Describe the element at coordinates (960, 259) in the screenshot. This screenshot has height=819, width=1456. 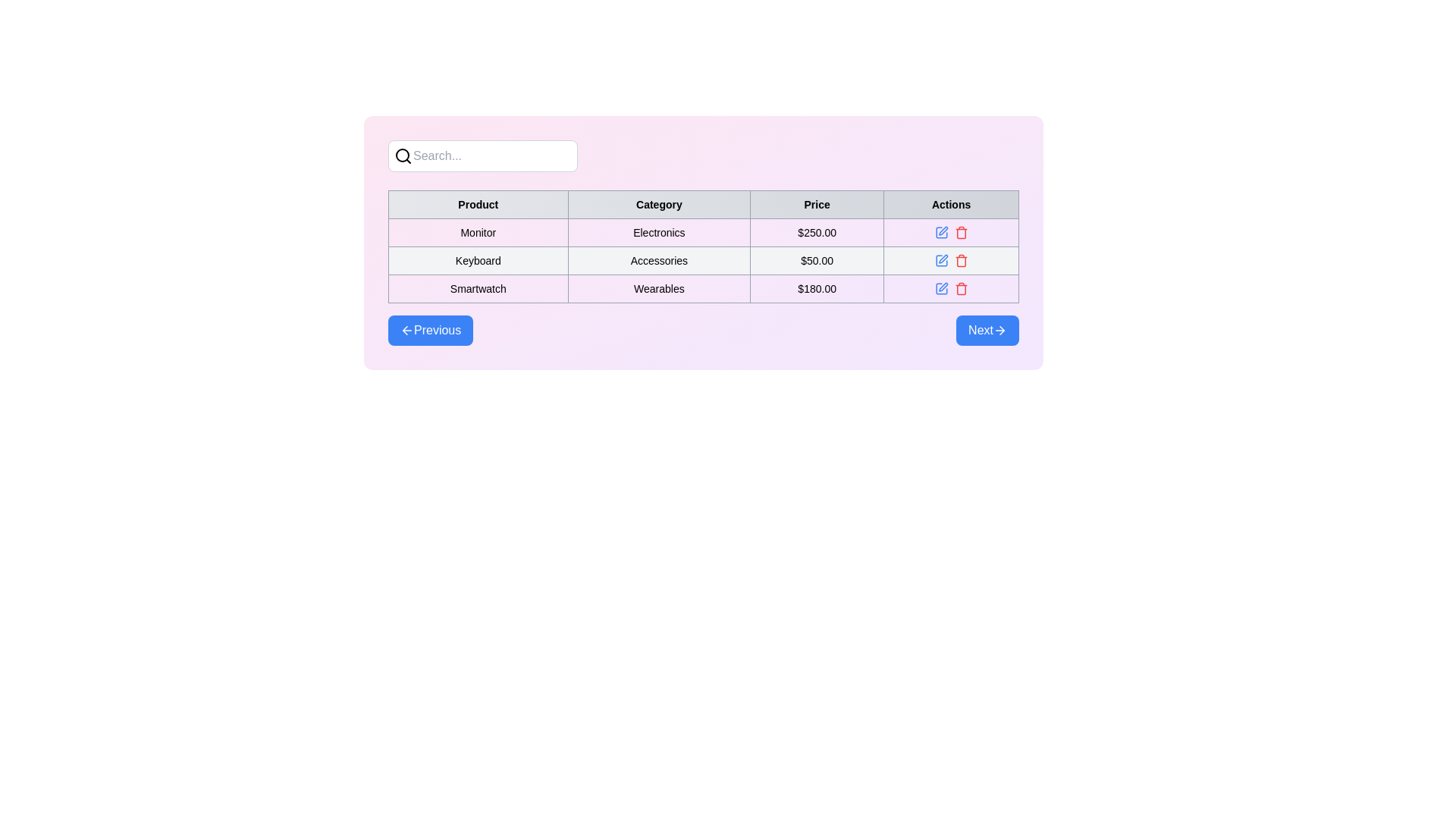
I see `the delete icon button located in the second row of the table under the 'Actions' column to initiate the deletion of the associated 'Keyboard' product entry` at that location.